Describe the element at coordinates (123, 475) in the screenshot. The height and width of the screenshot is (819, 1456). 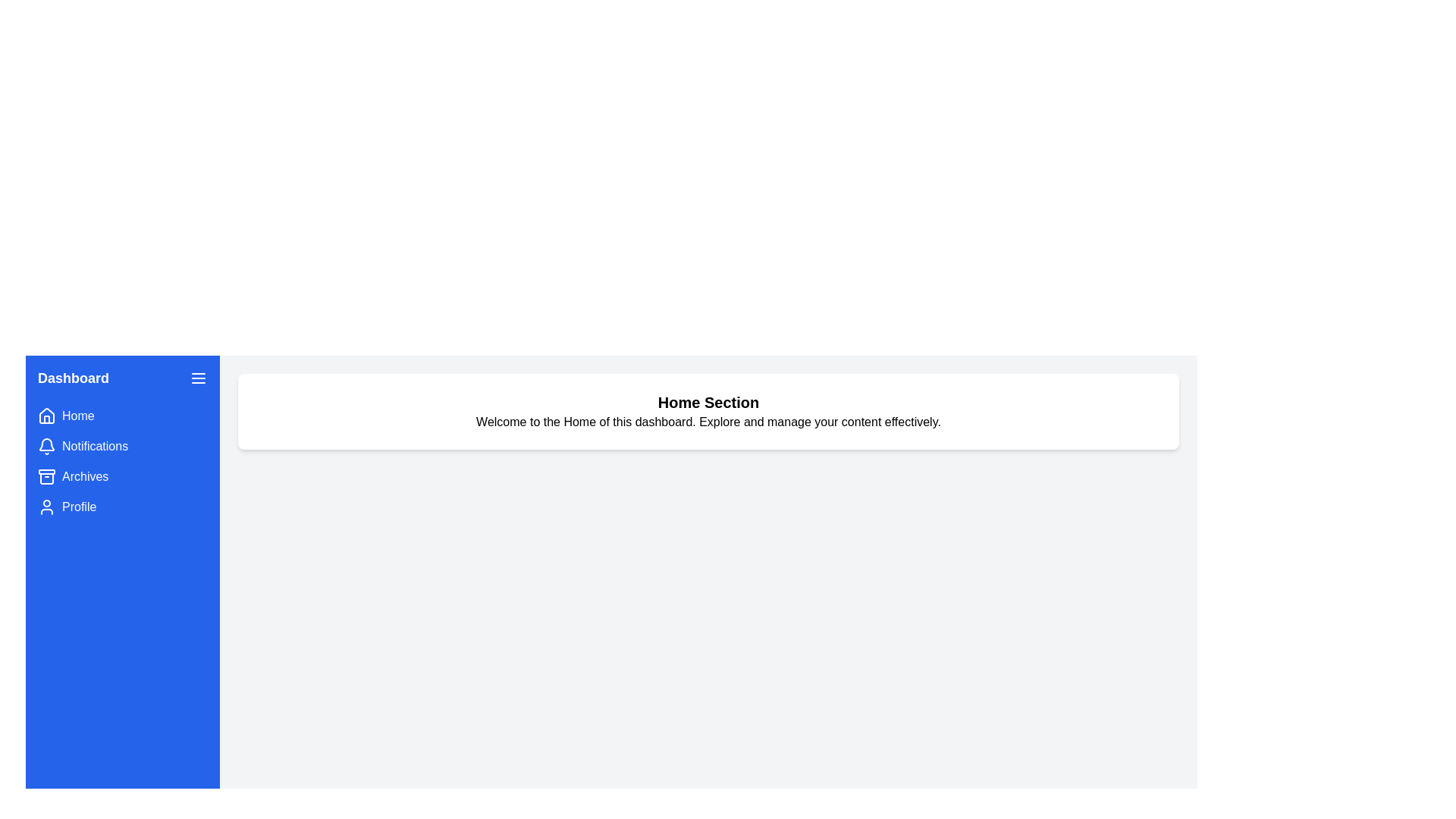
I see `the 'Archives' navigation link element in the vertical menu` at that location.